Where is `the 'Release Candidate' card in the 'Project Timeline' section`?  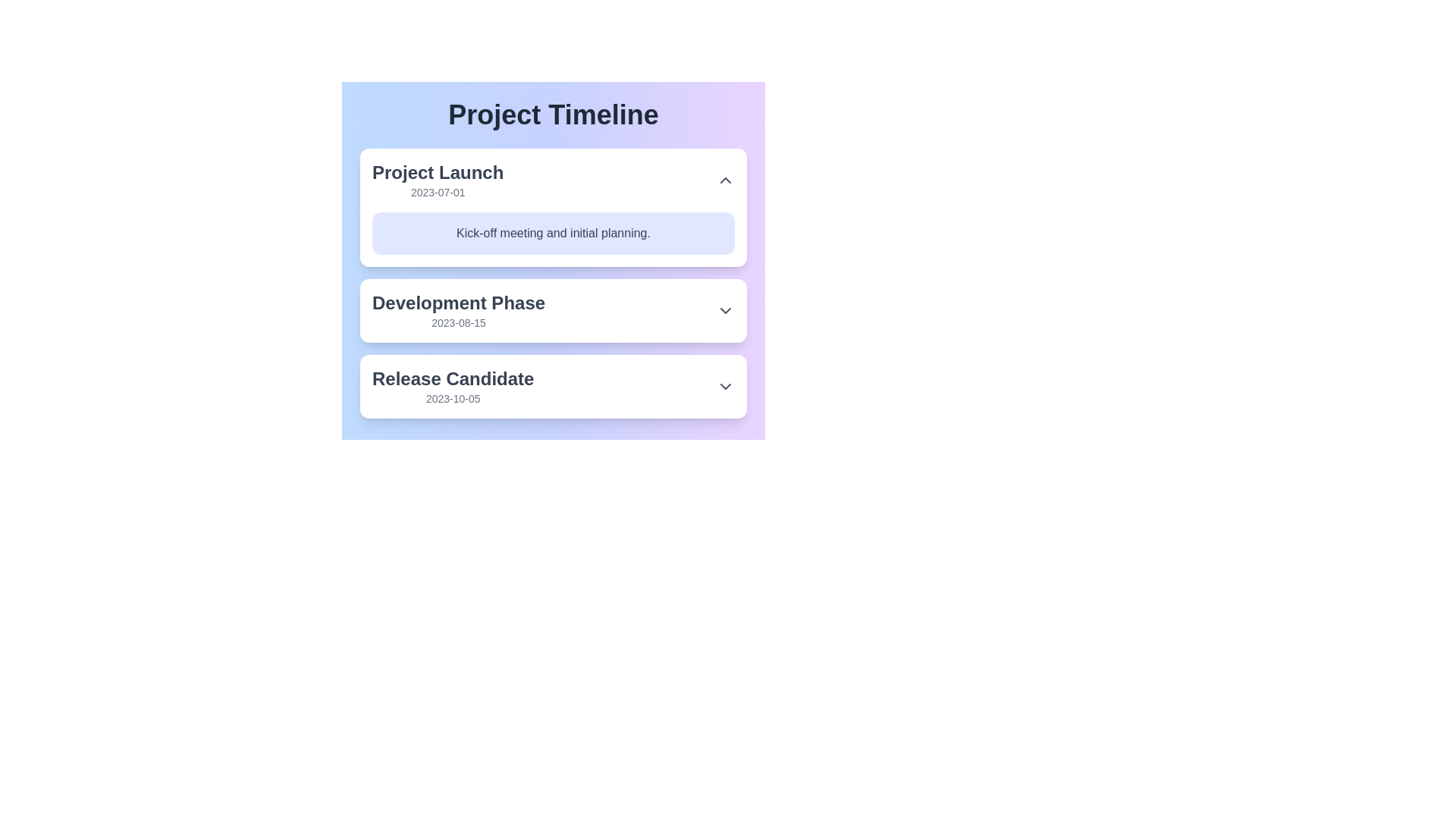
the 'Release Candidate' card in the 'Project Timeline' section is located at coordinates (552, 385).